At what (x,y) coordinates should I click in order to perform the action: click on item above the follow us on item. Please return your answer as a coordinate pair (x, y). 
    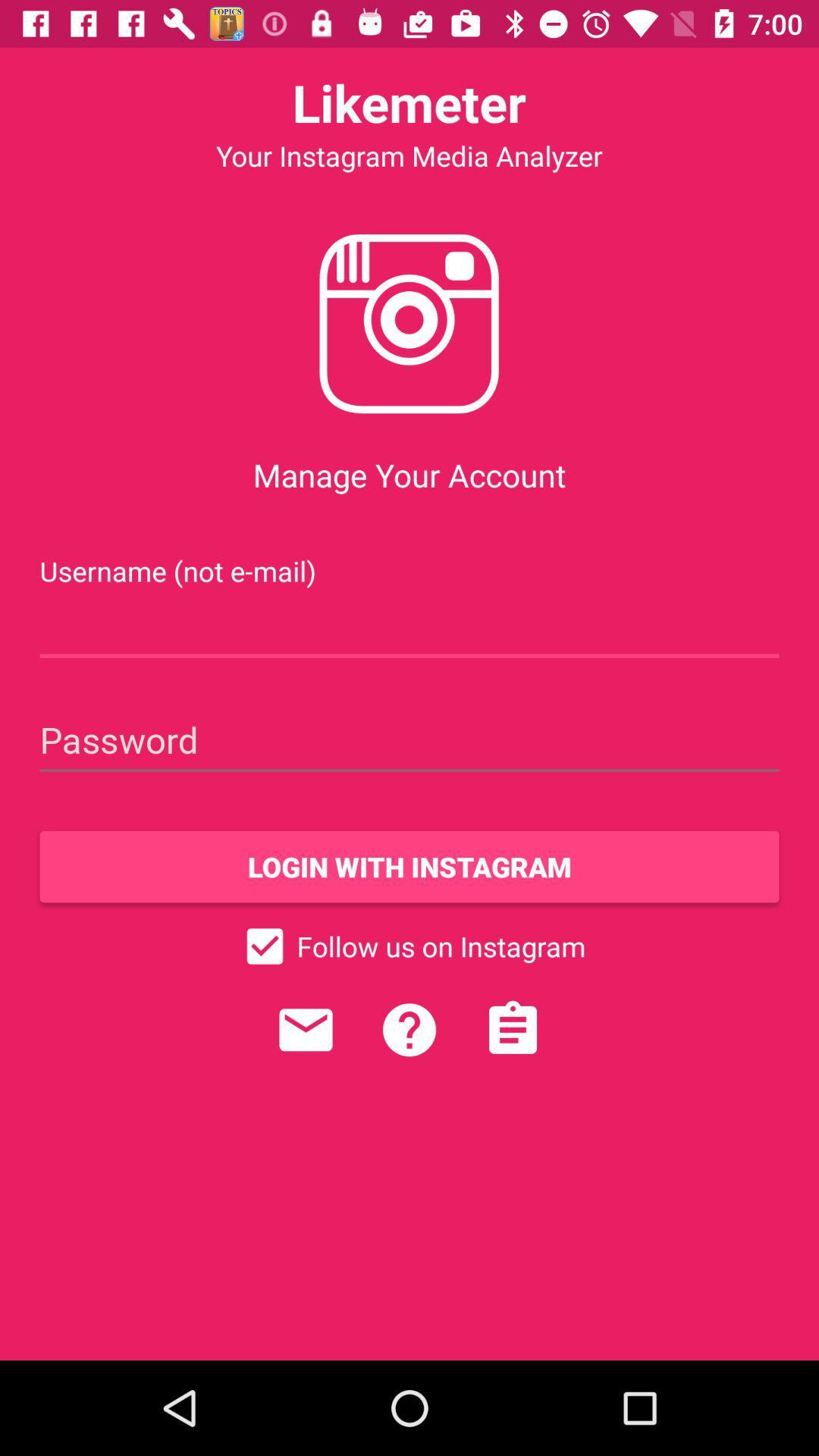
    Looking at the image, I should click on (409, 866).